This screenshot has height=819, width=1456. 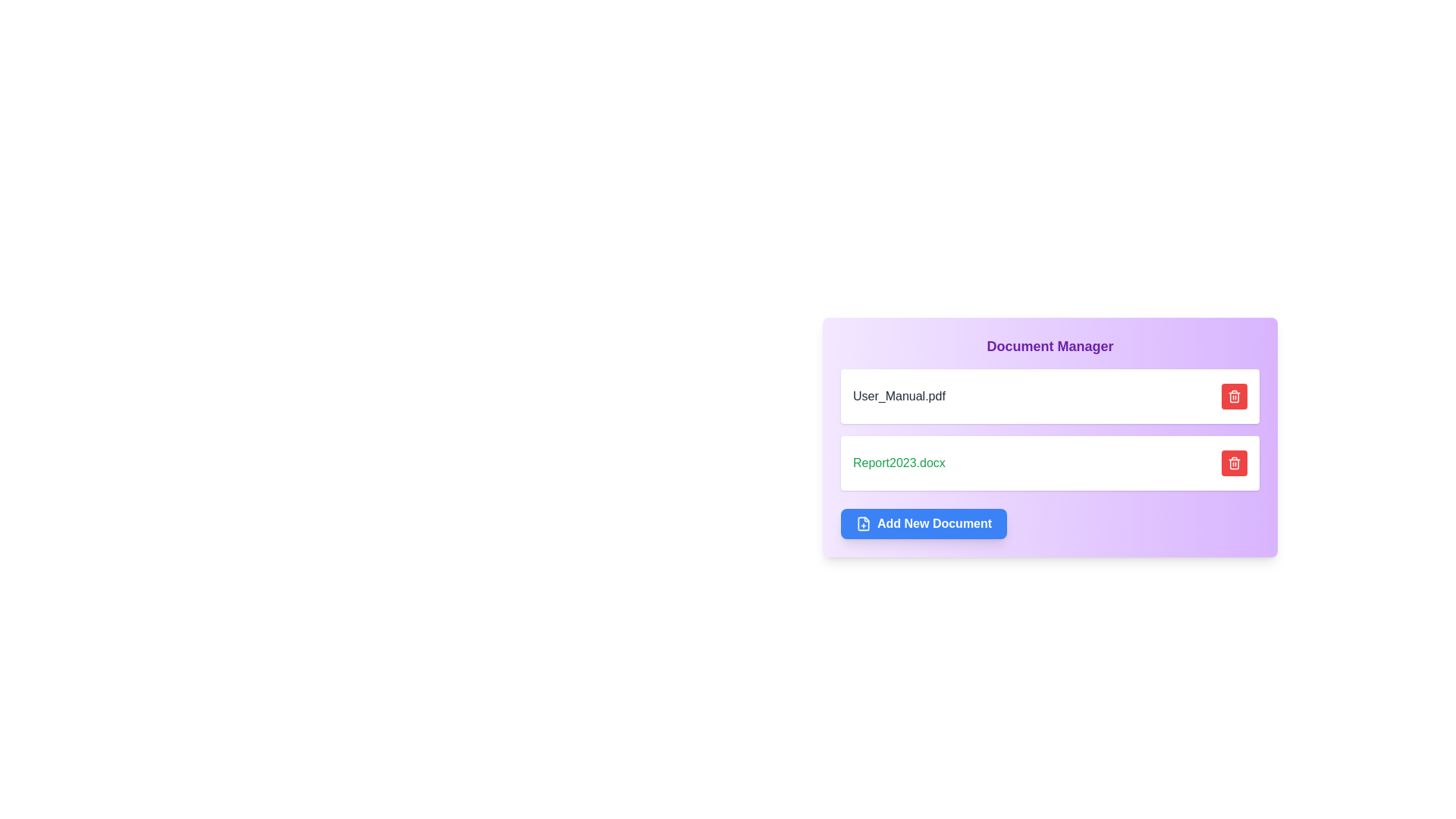 What do you see at coordinates (1234, 462) in the screenshot?
I see `the red rounded rectangular button with a trash can icon in the 'Document Manager' to trigger the tooltip` at bounding box center [1234, 462].